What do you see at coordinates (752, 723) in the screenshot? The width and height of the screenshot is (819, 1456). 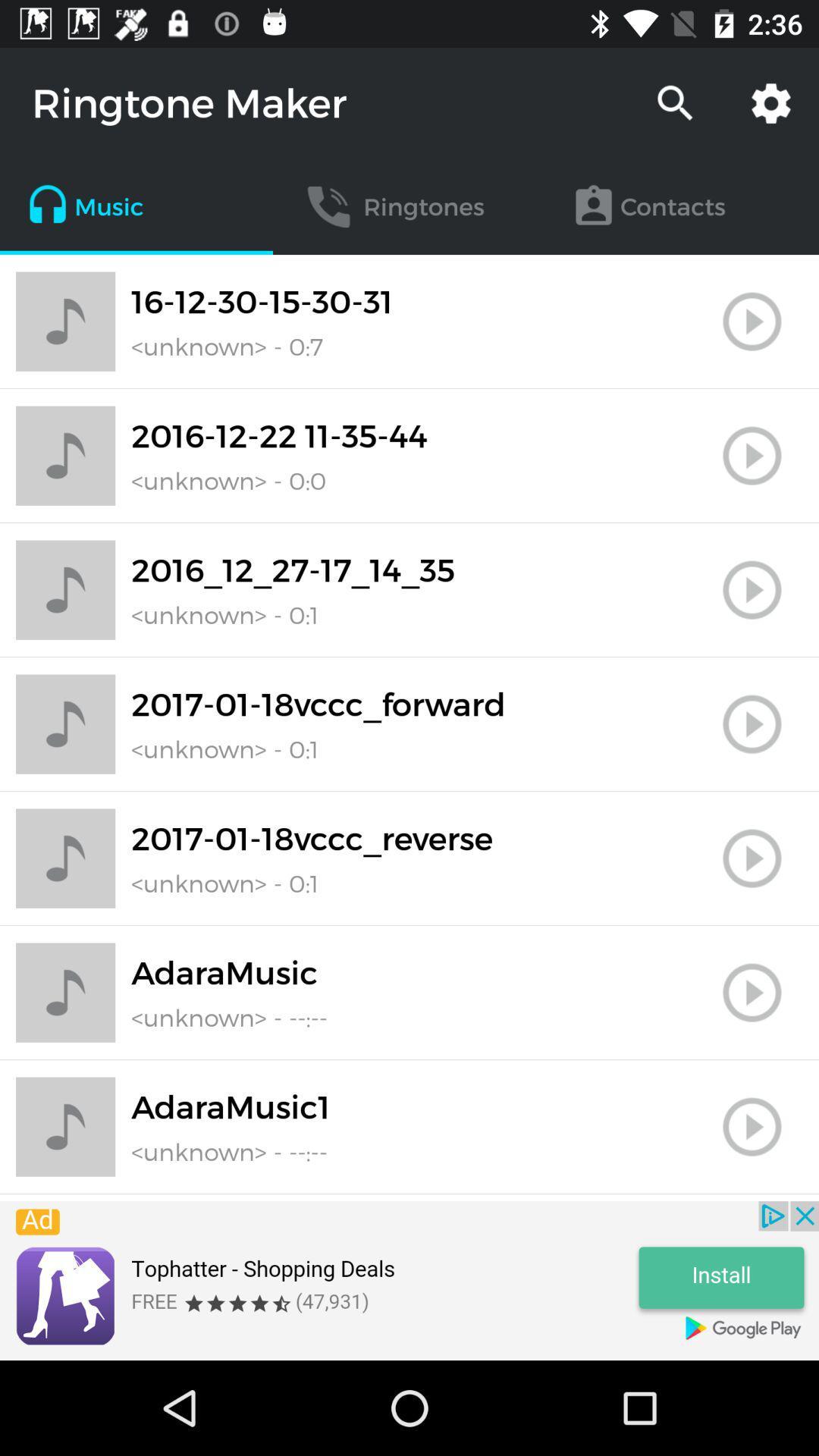 I see `play song` at bounding box center [752, 723].